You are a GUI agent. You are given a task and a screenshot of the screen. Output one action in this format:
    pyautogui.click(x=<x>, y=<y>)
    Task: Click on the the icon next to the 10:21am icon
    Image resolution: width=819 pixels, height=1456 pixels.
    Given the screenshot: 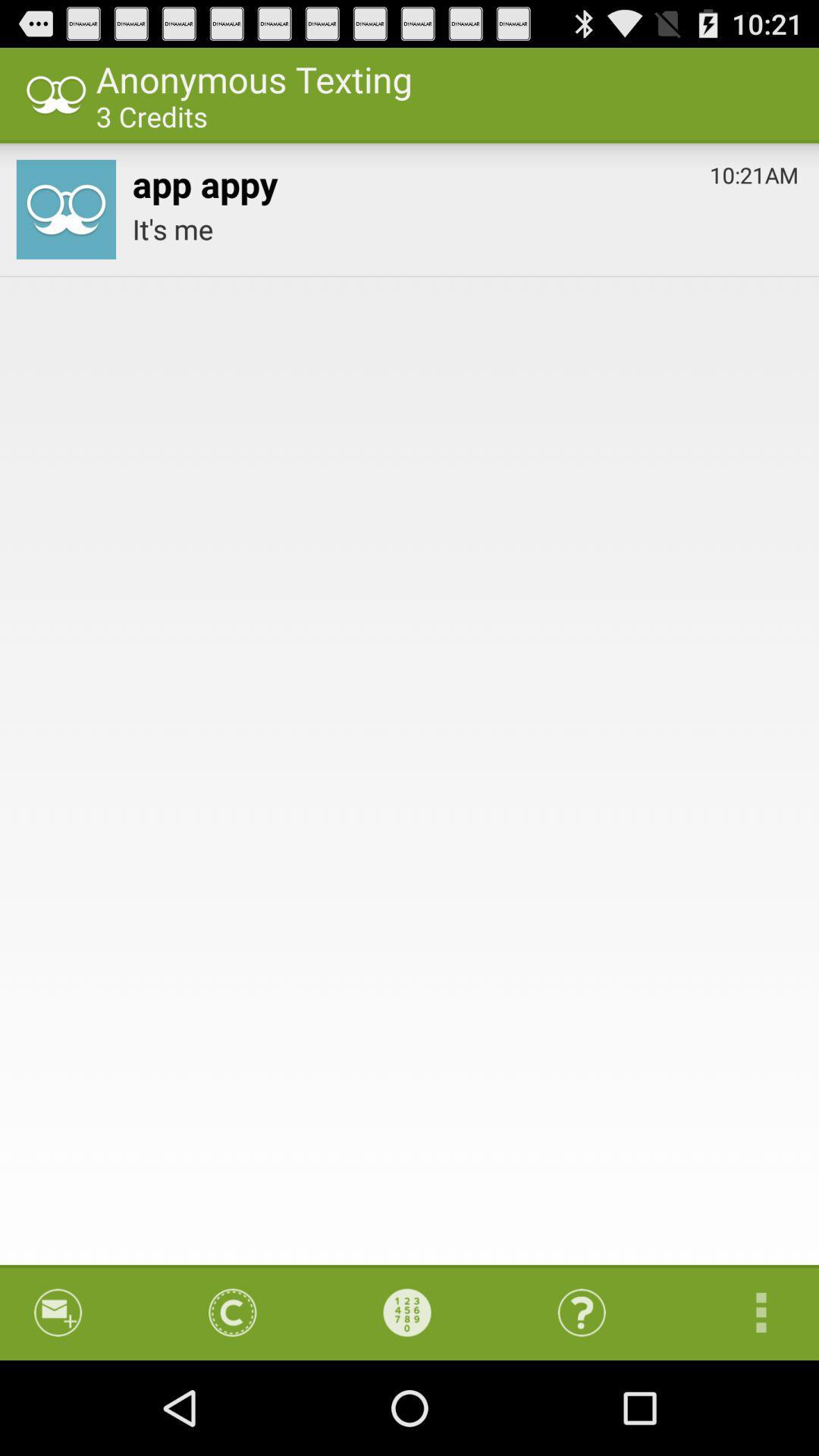 What is the action you would take?
    pyautogui.click(x=205, y=180)
    